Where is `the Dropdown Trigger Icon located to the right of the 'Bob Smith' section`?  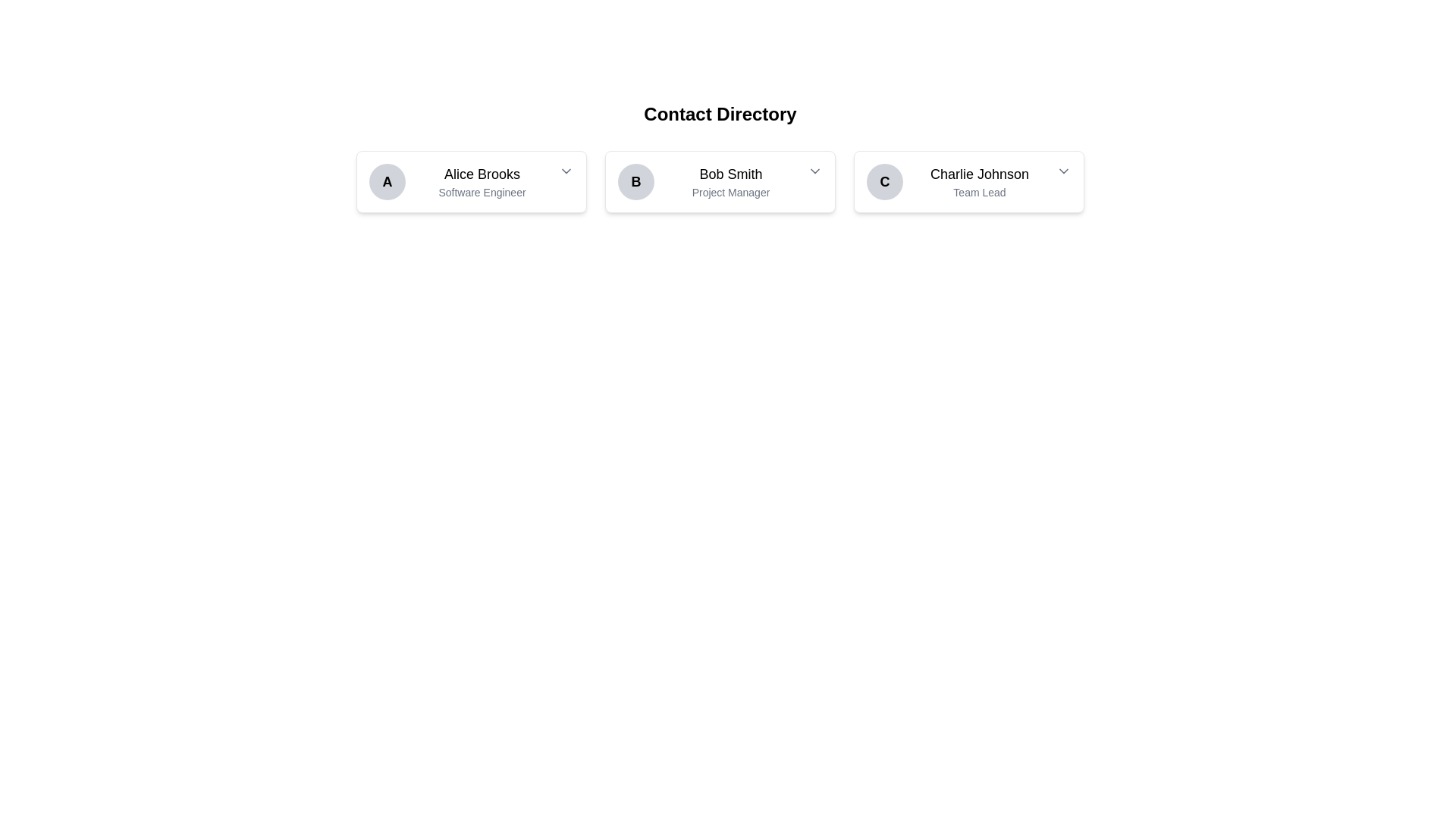
the Dropdown Trigger Icon located to the right of the 'Bob Smith' section is located at coordinates (814, 171).